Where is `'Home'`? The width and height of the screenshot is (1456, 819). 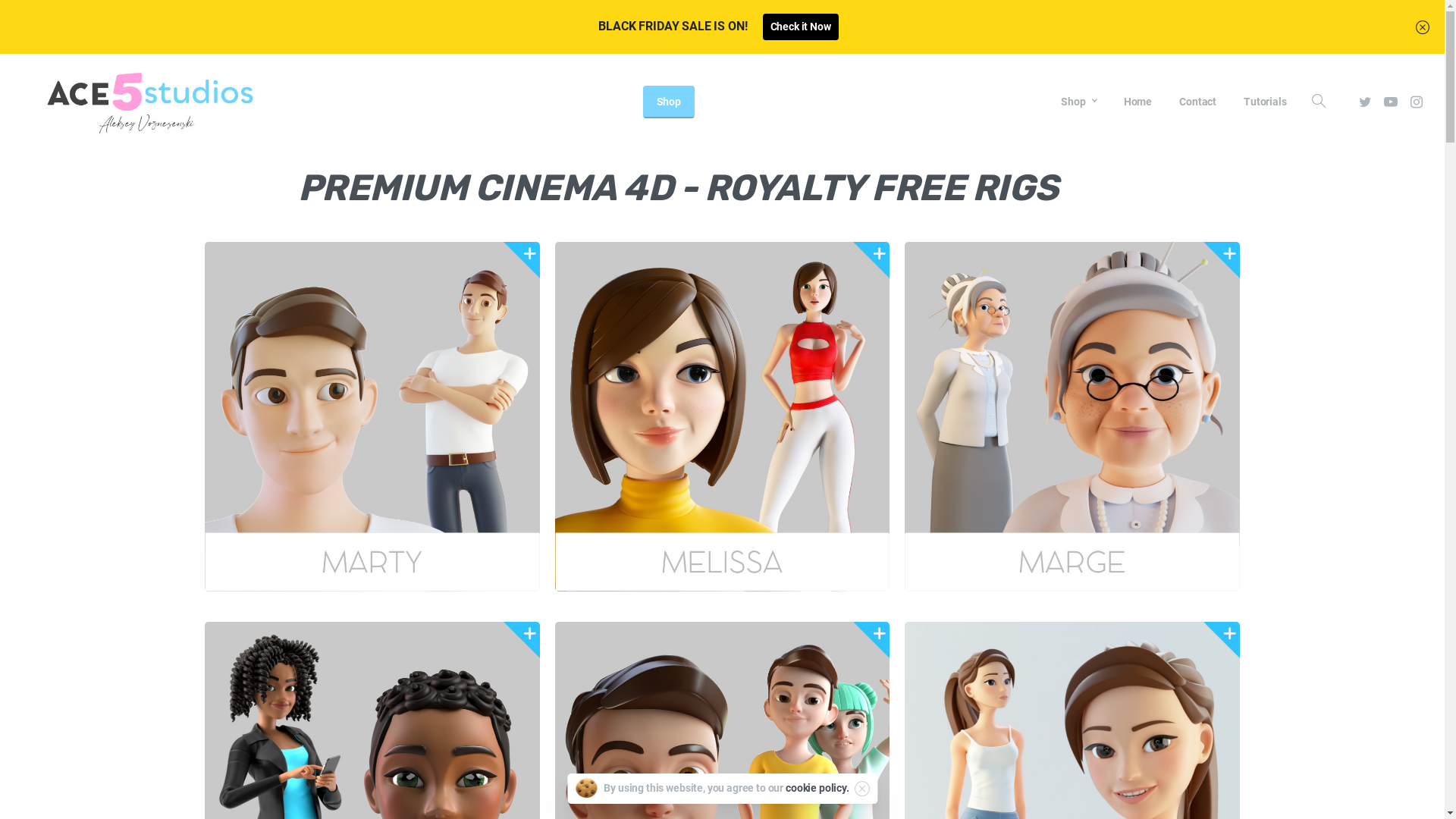
'Home' is located at coordinates (1117, 102).